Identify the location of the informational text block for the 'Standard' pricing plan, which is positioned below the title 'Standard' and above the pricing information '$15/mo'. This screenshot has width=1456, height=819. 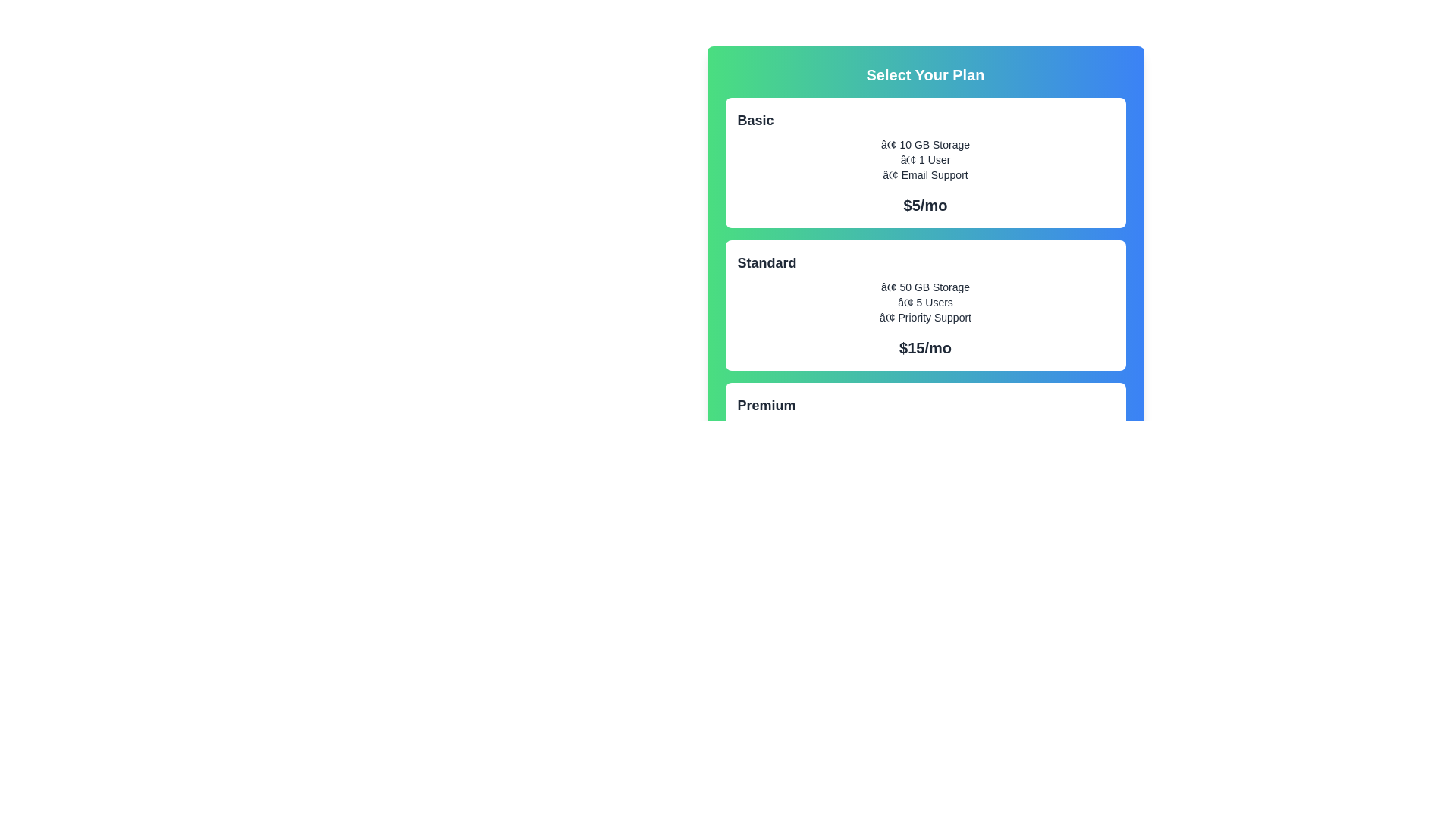
(924, 302).